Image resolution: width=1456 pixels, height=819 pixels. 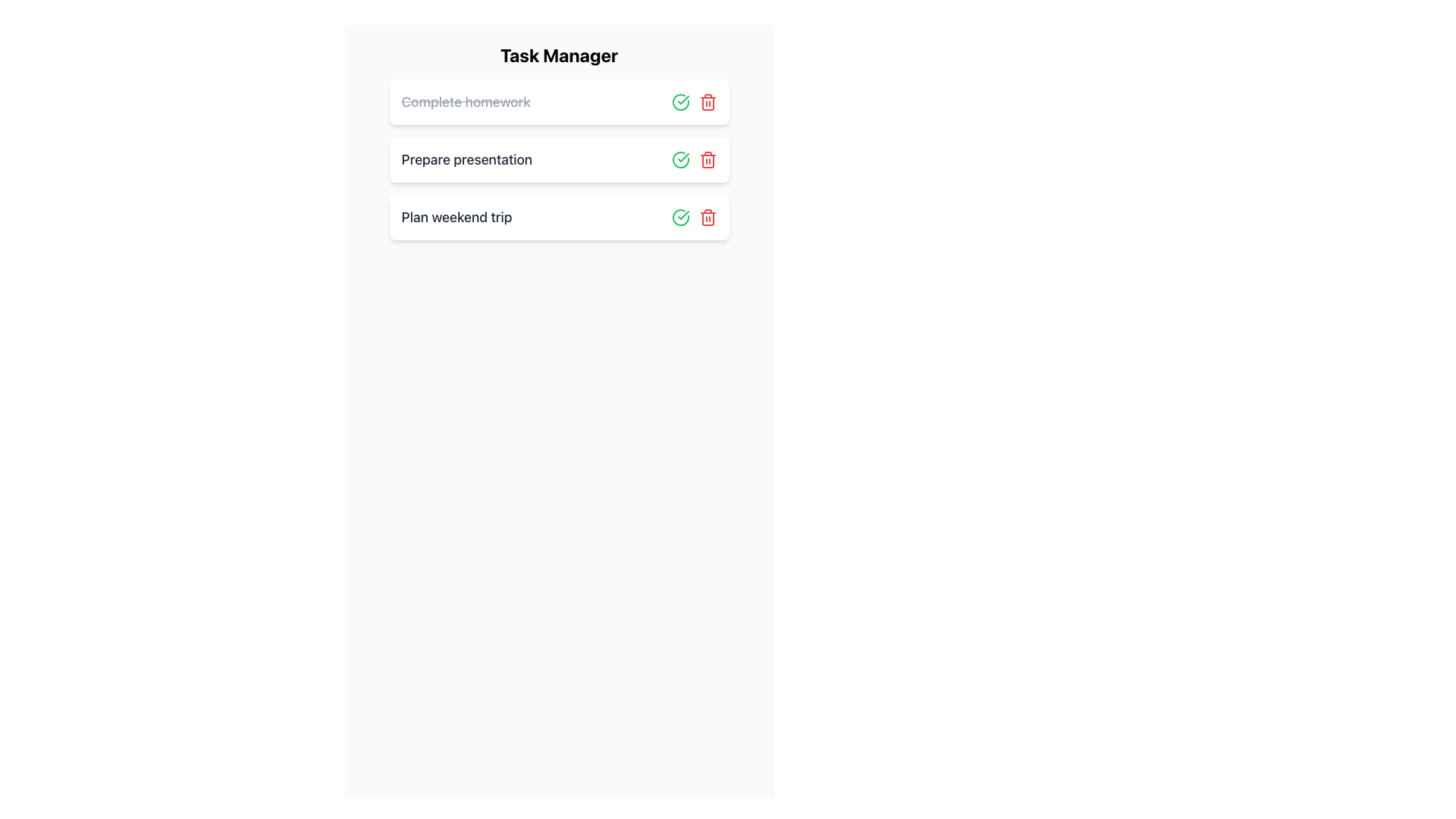 What do you see at coordinates (558, 55) in the screenshot?
I see `the Static text element styled as a heading with the words 'Task Manager', which is positioned at the top of the central section of the user interface` at bounding box center [558, 55].